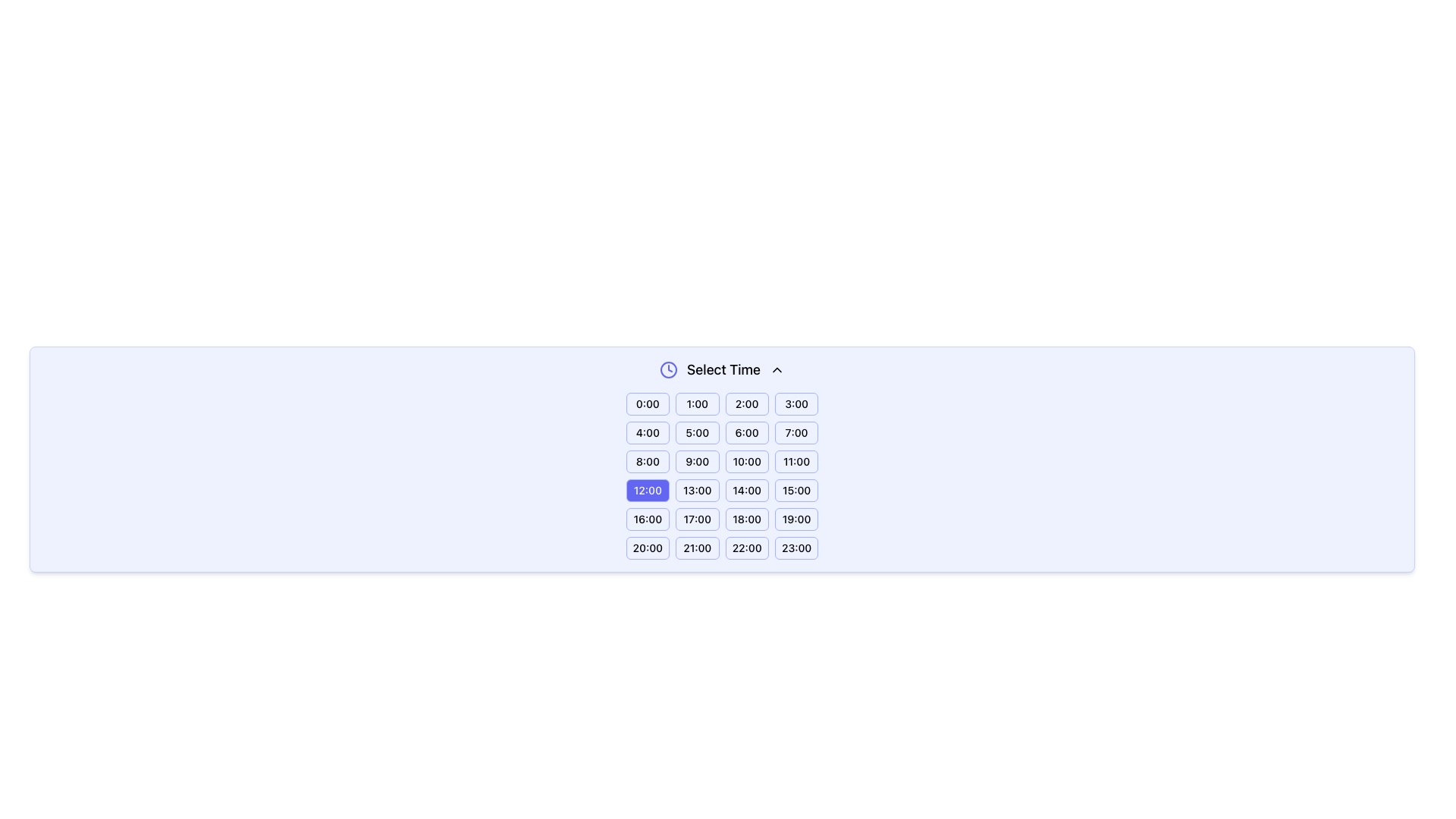 The image size is (1456, 819). What do you see at coordinates (795, 461) in the screenshot?
I see `the time selection button for '11:00' located in the third row and fourth column of the grid layout` at bounding box center [795, 461].